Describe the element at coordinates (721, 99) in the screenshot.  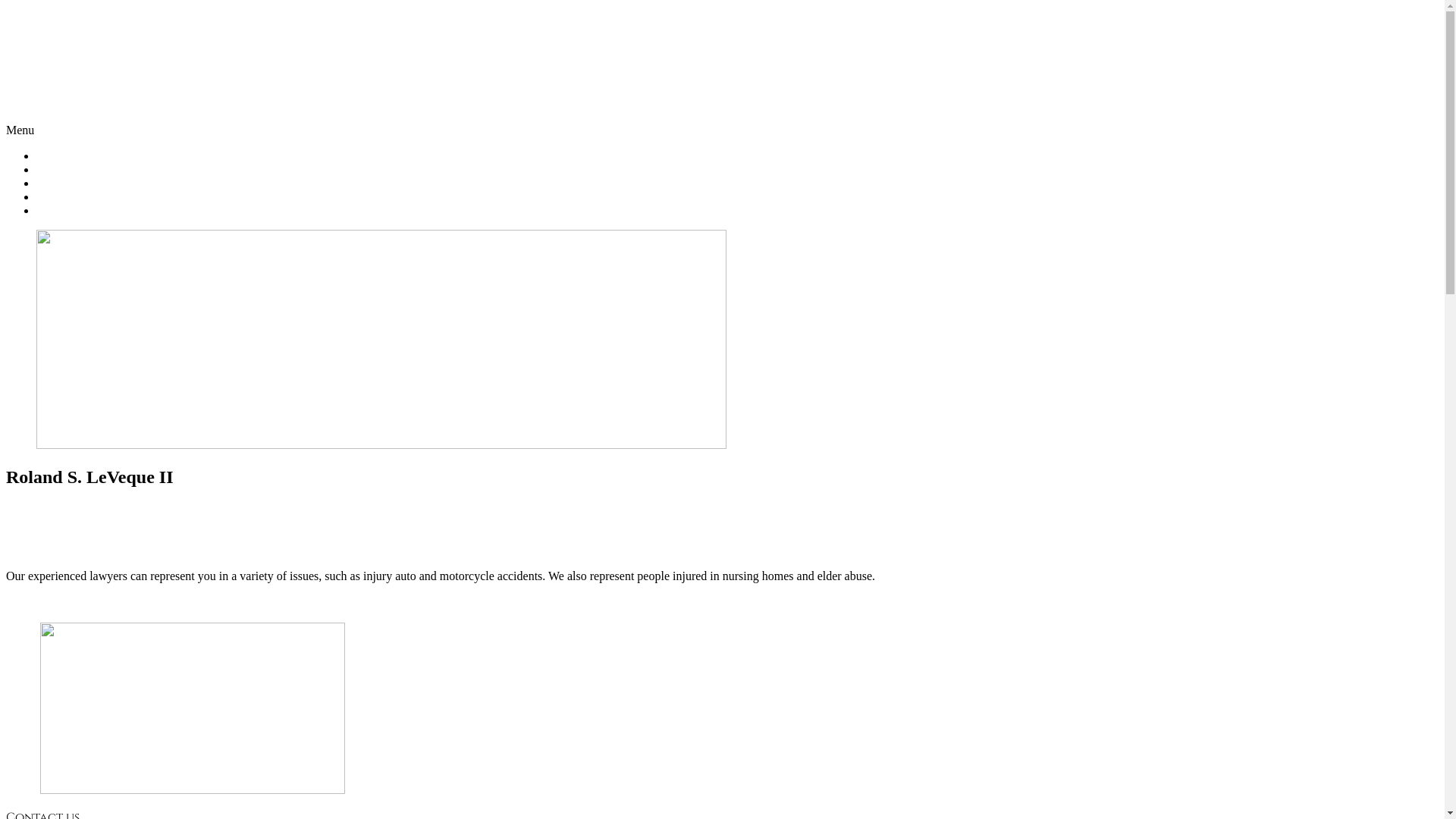
I see `'(800) 696-4742'` at that location.